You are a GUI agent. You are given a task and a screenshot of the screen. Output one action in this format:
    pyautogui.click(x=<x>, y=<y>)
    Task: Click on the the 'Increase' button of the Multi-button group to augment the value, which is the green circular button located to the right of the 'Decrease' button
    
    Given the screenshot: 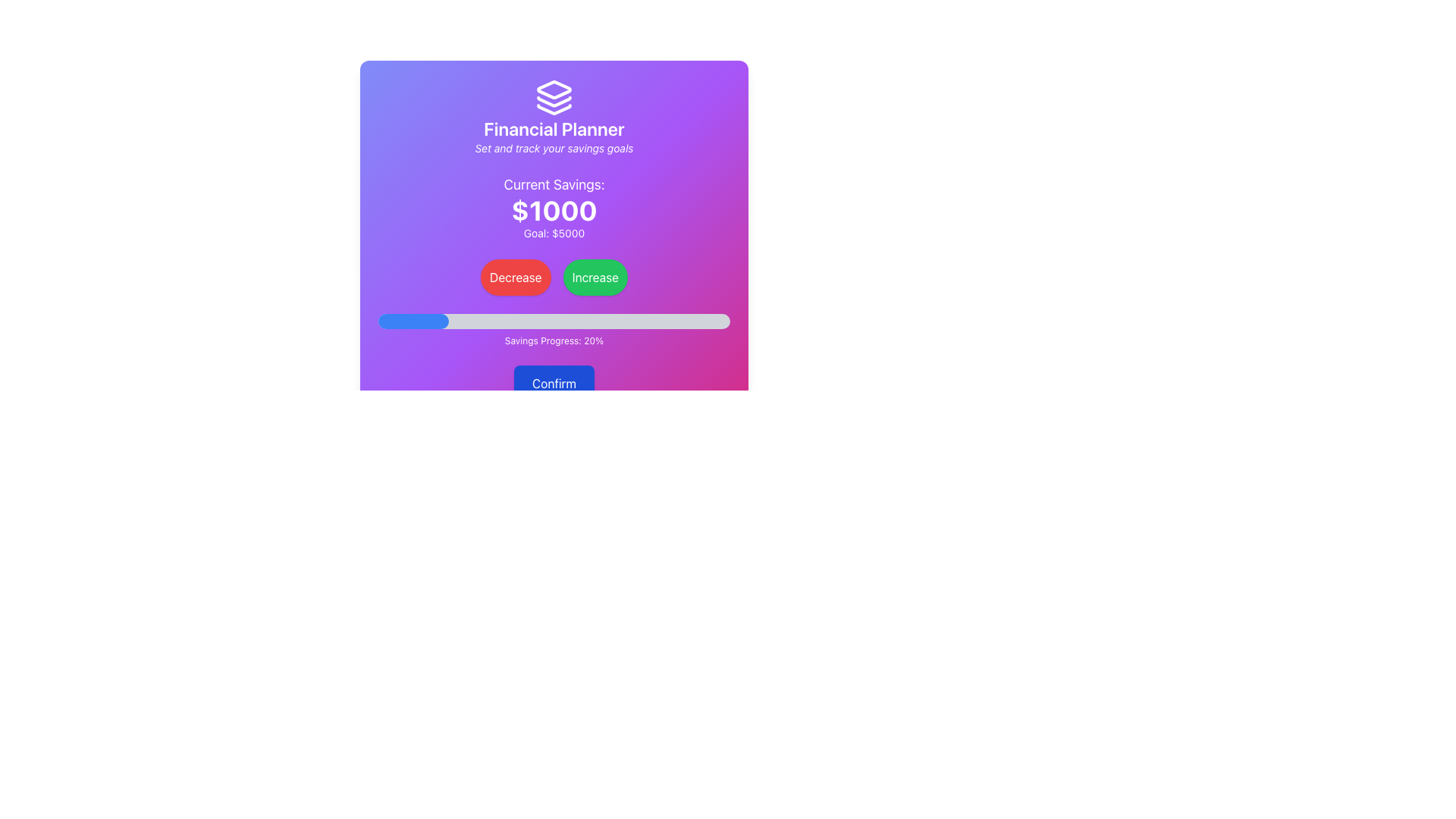 What is the action you would take?
    pyautogui.click(x=553, y=278)
    